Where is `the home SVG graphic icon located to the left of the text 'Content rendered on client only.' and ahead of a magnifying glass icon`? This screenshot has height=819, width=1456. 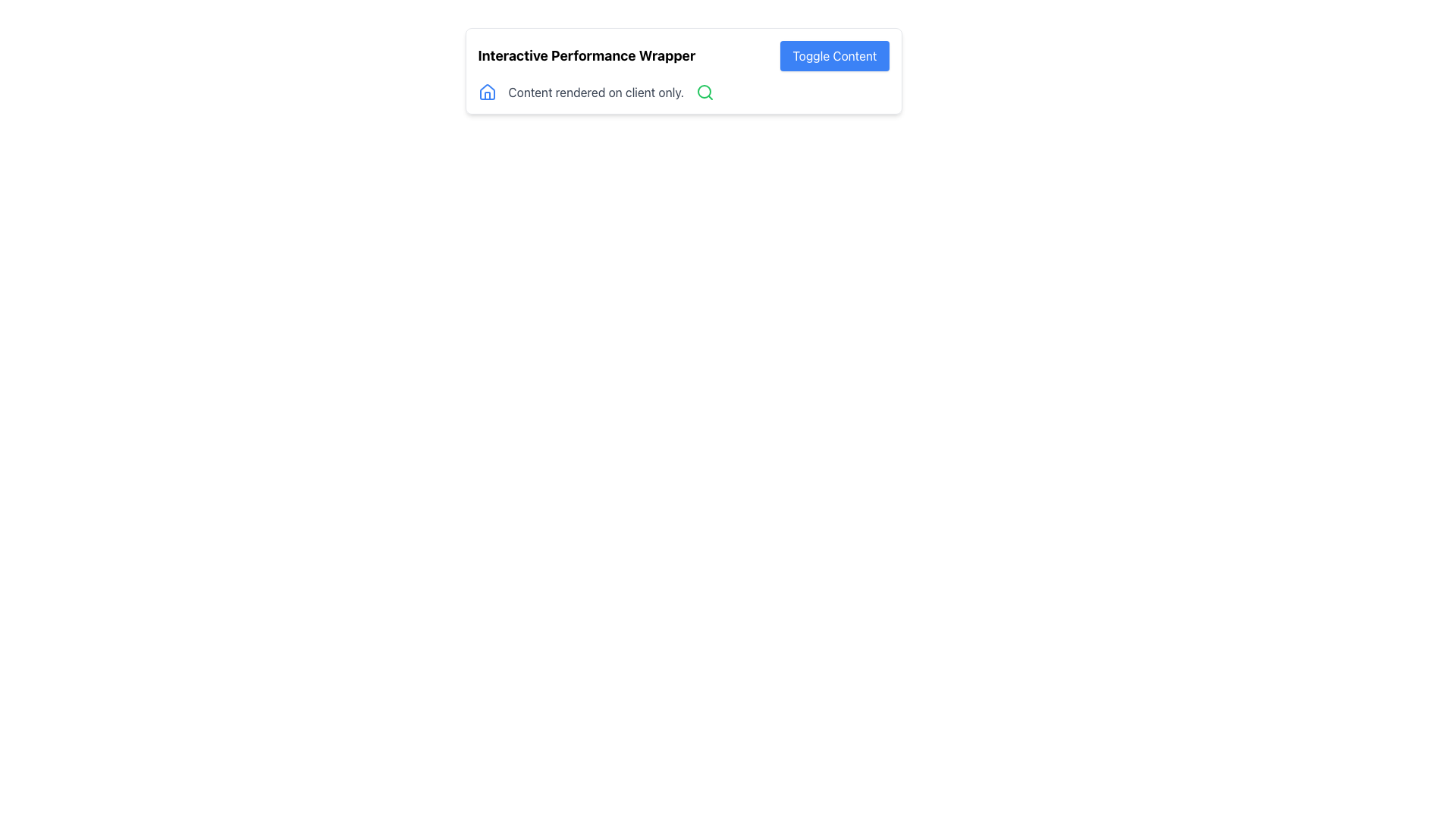
the home SVG graphic icon located to the left of the text 'Content rendered on client only.' and ahead of a magnifying glass icon is located at coordinates (487, 93).